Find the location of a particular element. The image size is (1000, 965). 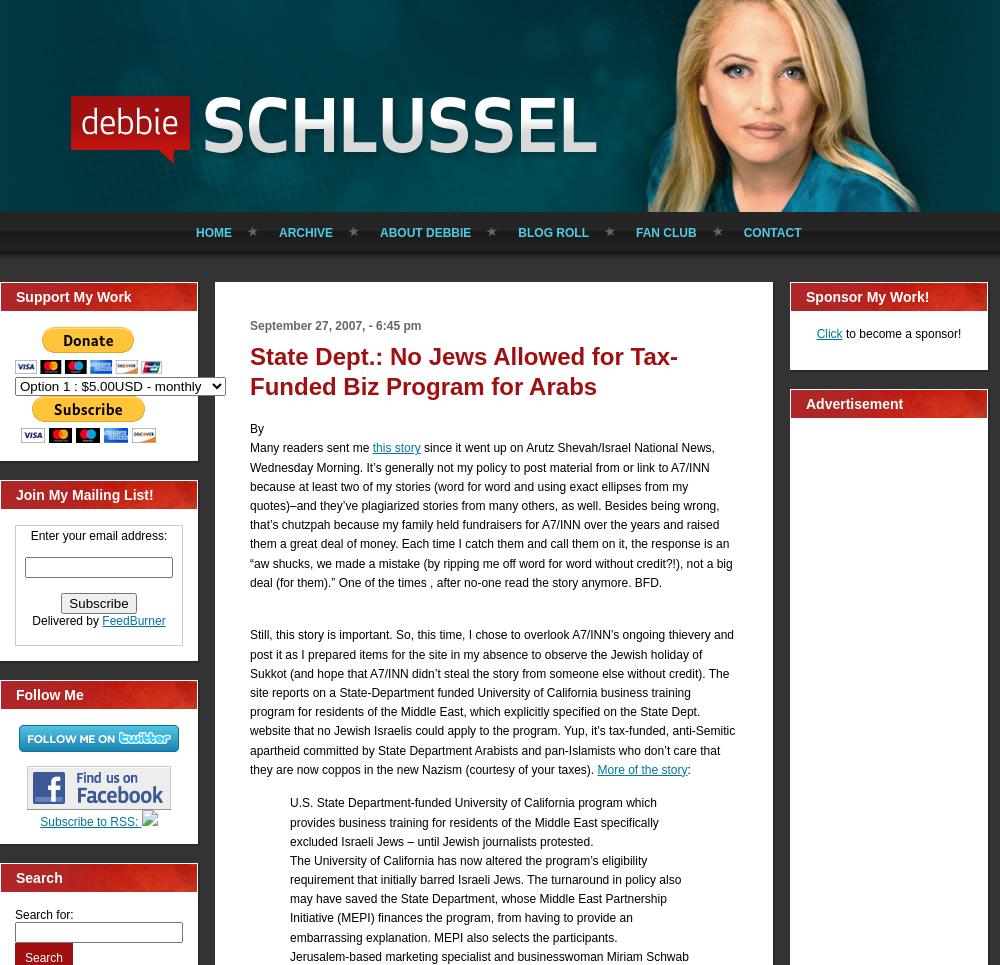

'Home' is located at coordinates (195, 232).